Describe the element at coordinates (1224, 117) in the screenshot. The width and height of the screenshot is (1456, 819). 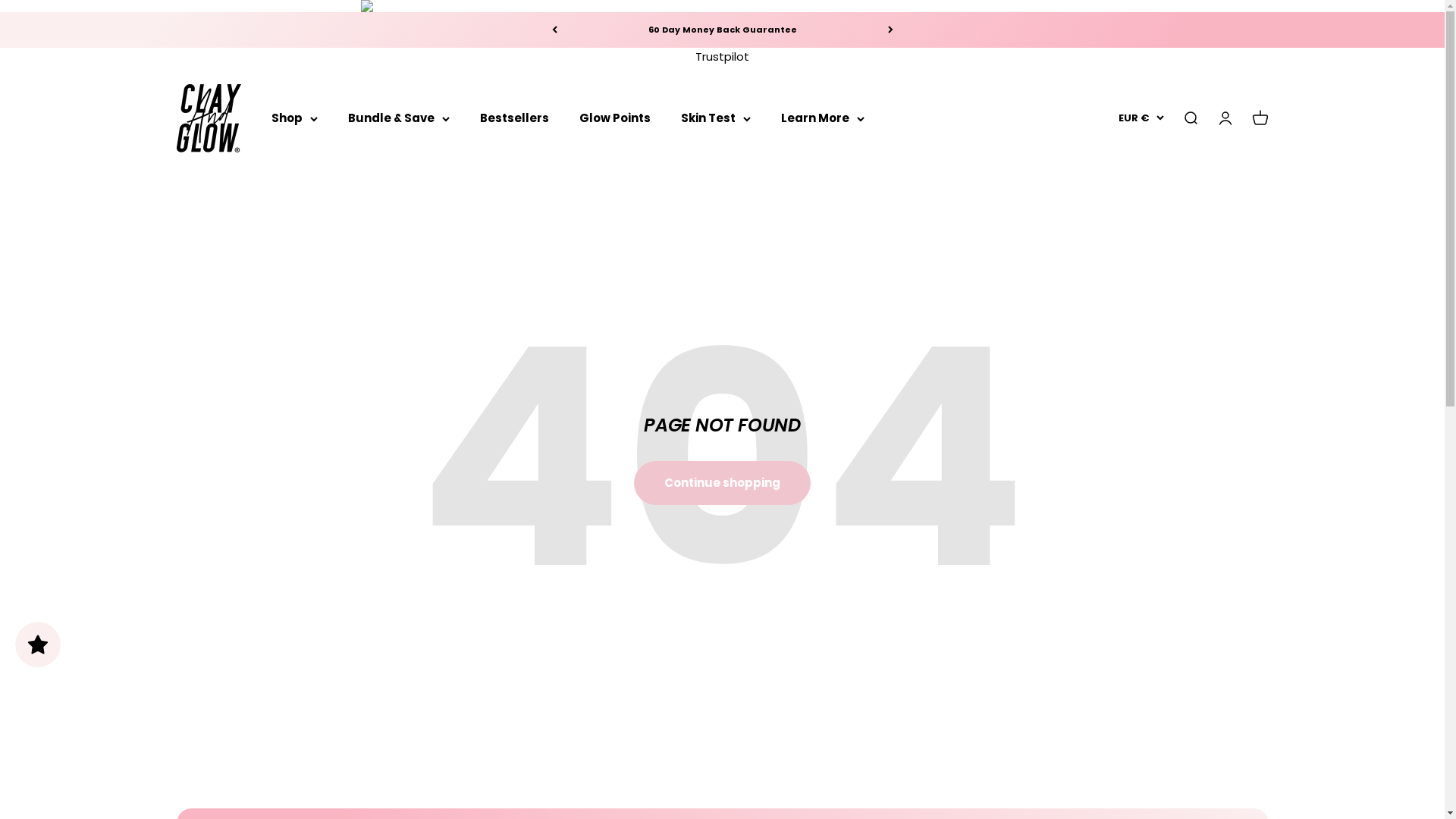
I see `'Open account page'` at that location.